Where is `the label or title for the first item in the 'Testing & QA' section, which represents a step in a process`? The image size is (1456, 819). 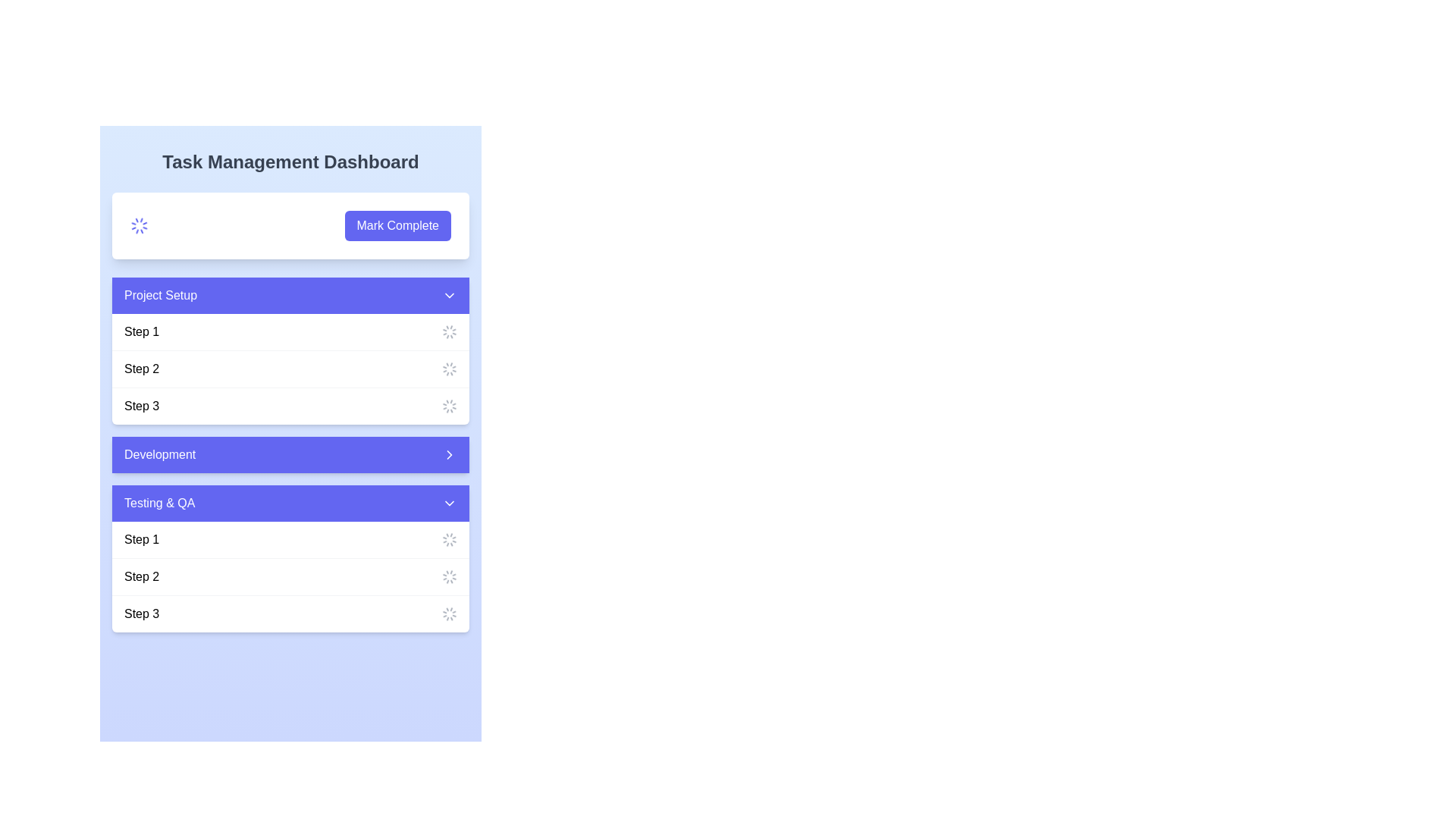 the label or title for the first item in the 'Testing & QA' section, which represents a step in a process is located at coordinates (142, 539).